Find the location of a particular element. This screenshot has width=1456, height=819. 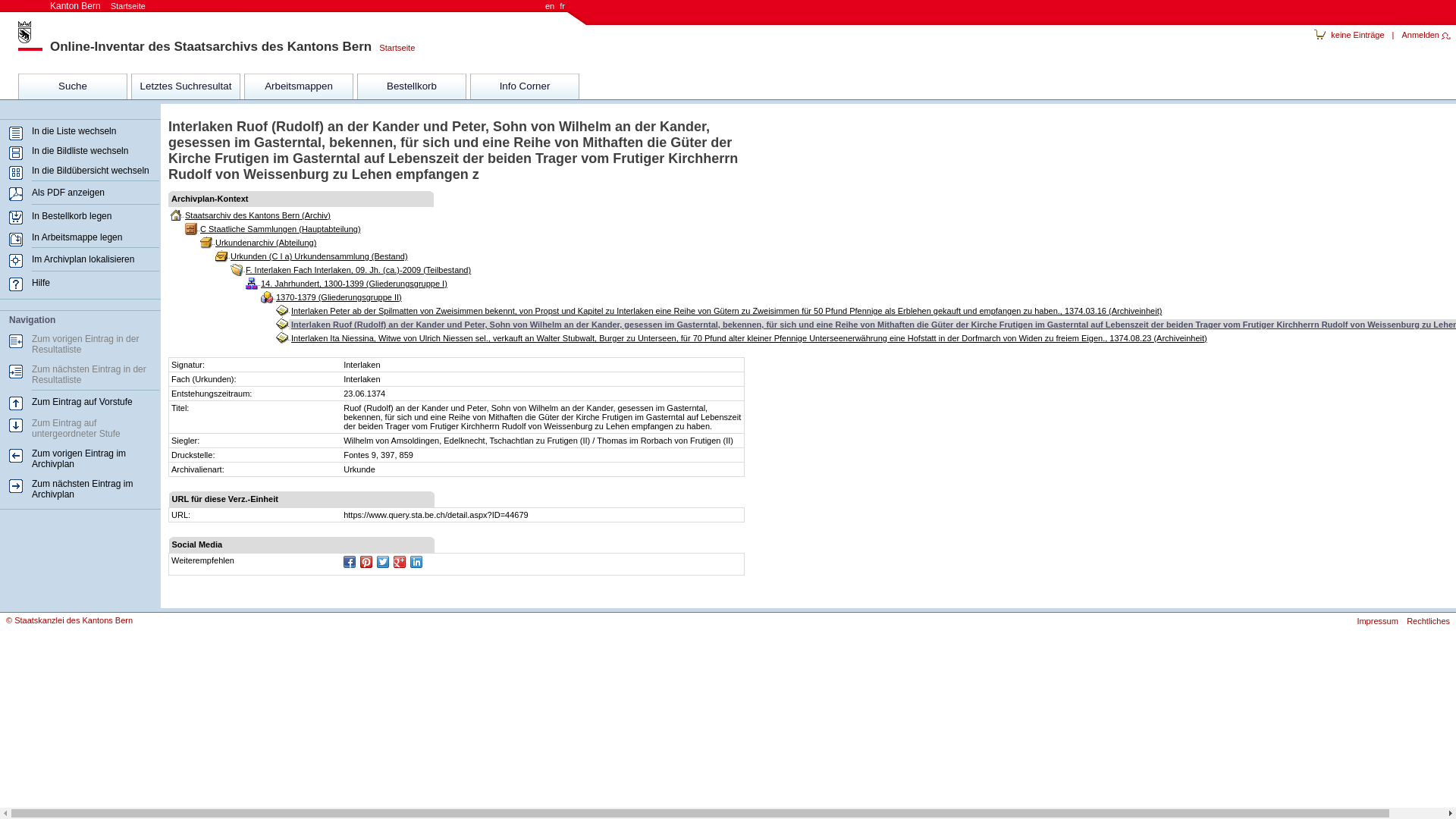

'Linkedin' is located at coordinates (416, 561).